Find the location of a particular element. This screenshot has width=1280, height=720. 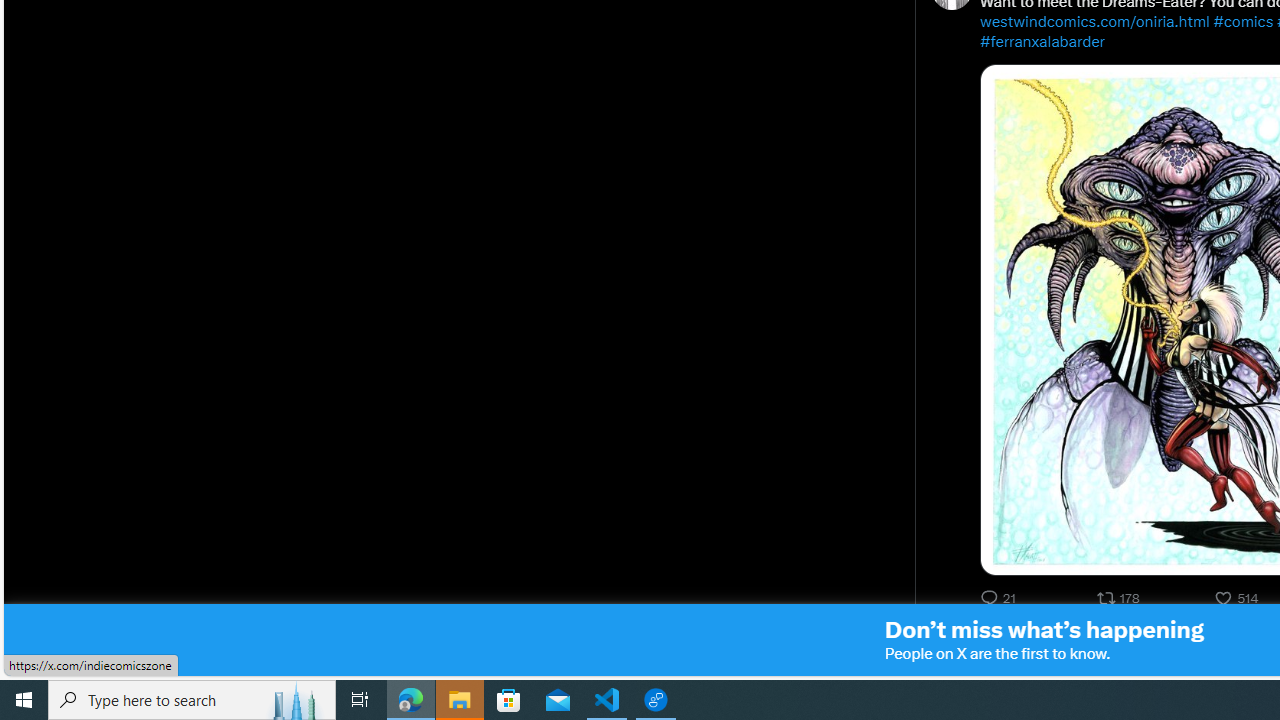

'#ferranxalabarder' is located at coordinates (1041, 42).